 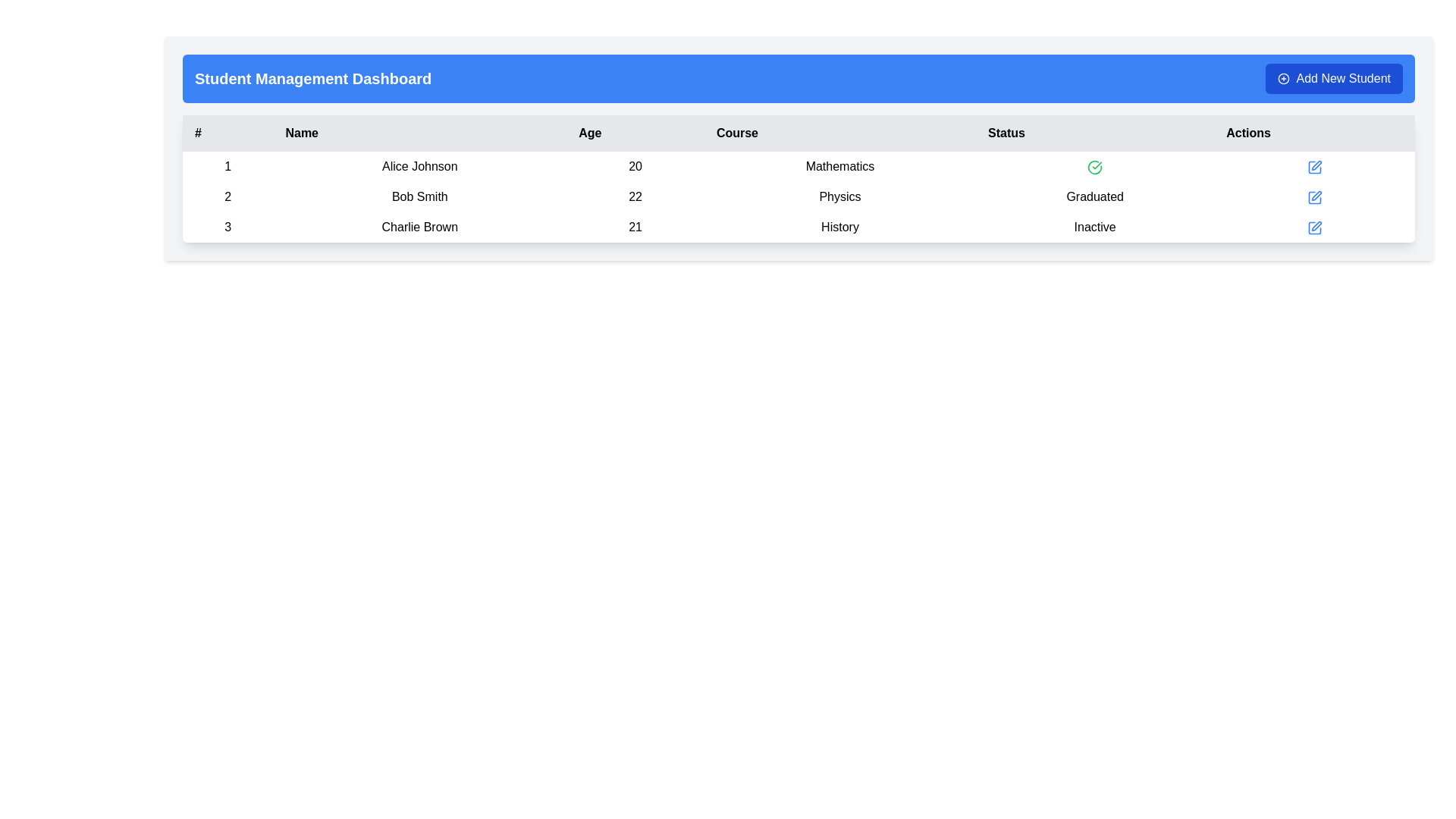 What do you see at coordinates (1095, 167) in the screenshot?
I see `the green circular icon with a checkmark located in the 'Status' column of the first row in the data table` at bounding box center [1095, 167].